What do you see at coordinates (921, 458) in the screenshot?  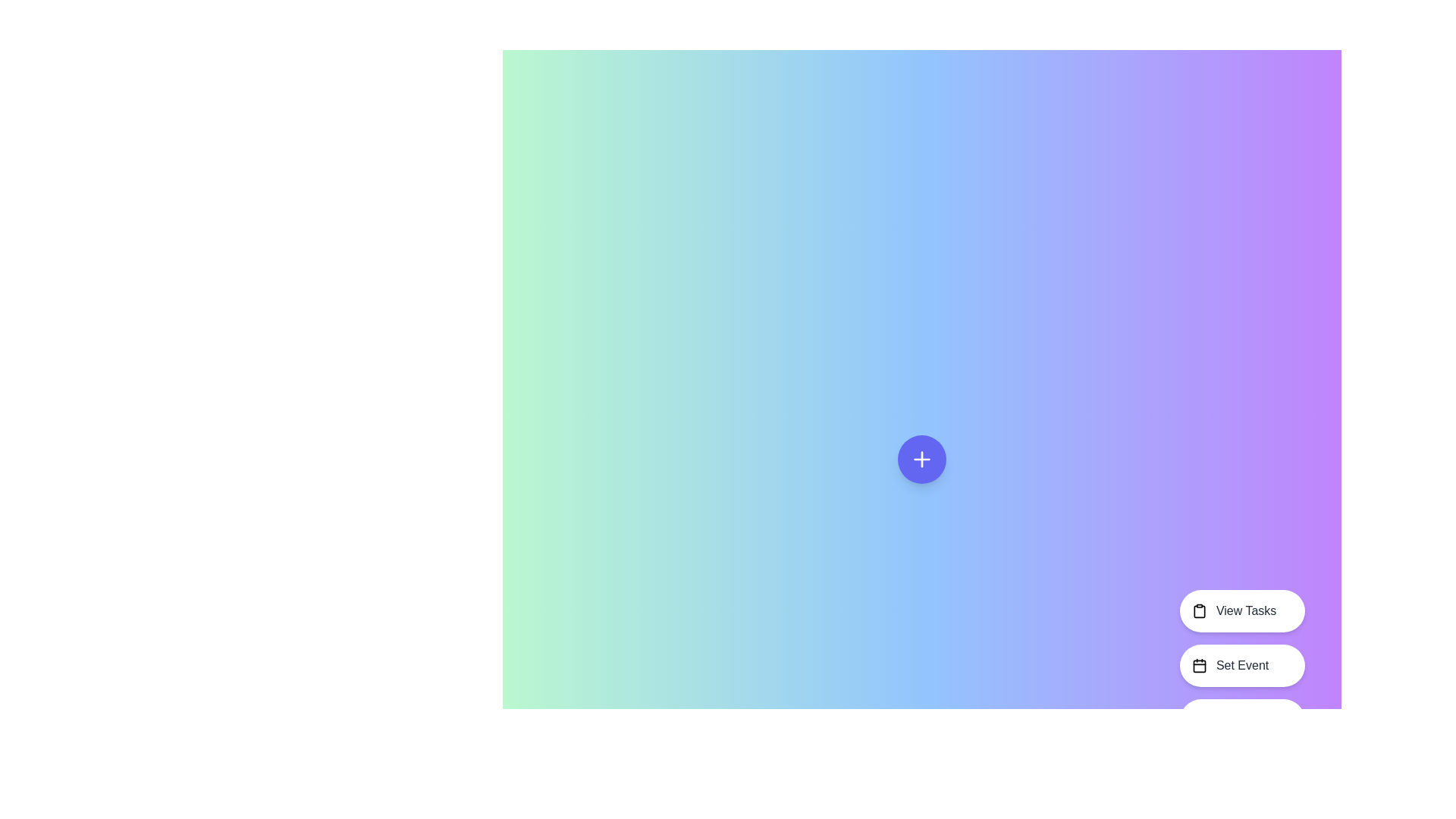 I see `the circular violet button with a white '+' symbol` at bounding box center [921, 458].